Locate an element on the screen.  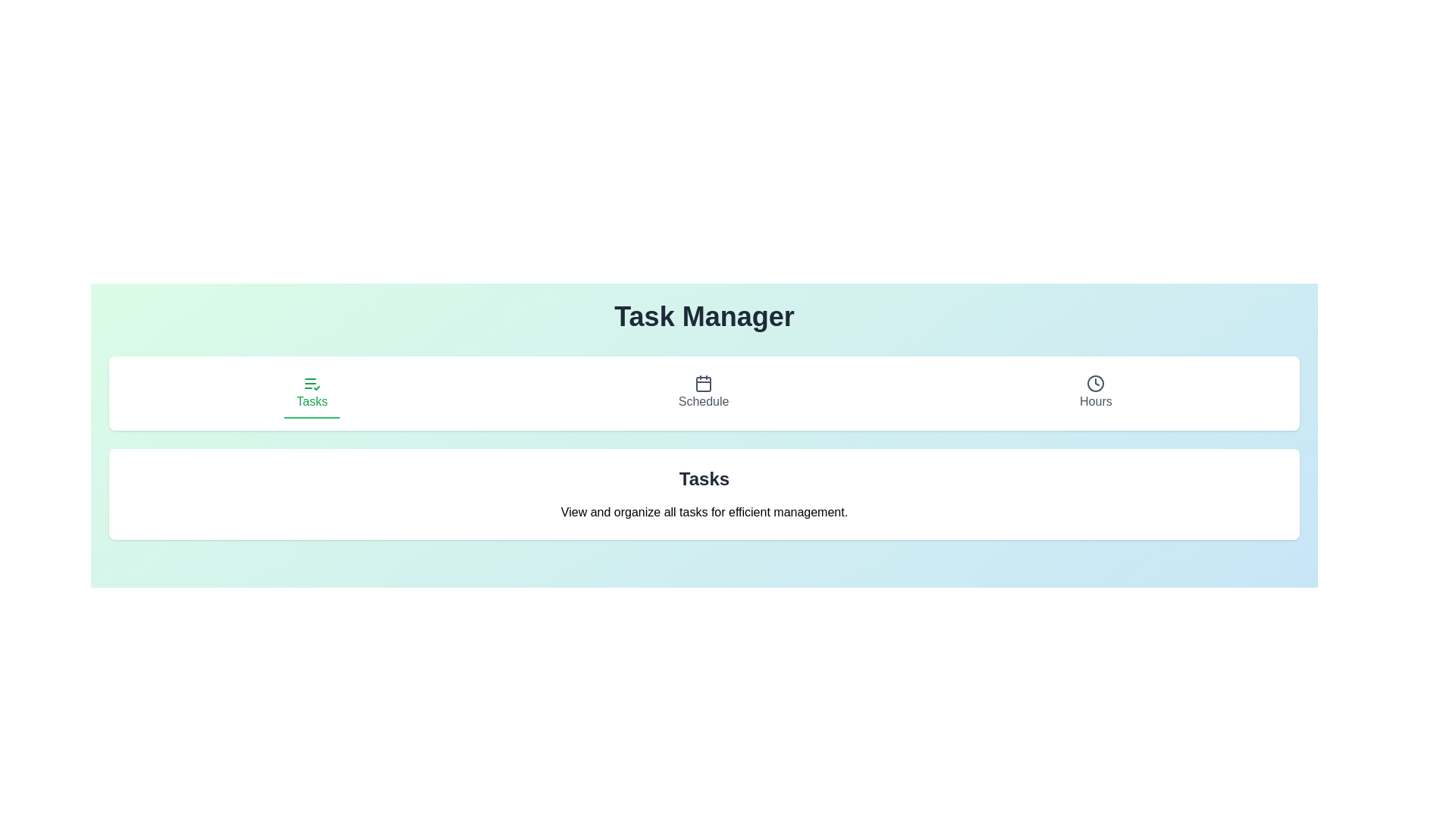
the third button in the horizontal group that provides access to hours-related data or settings is located at coordinates (1096, 393).